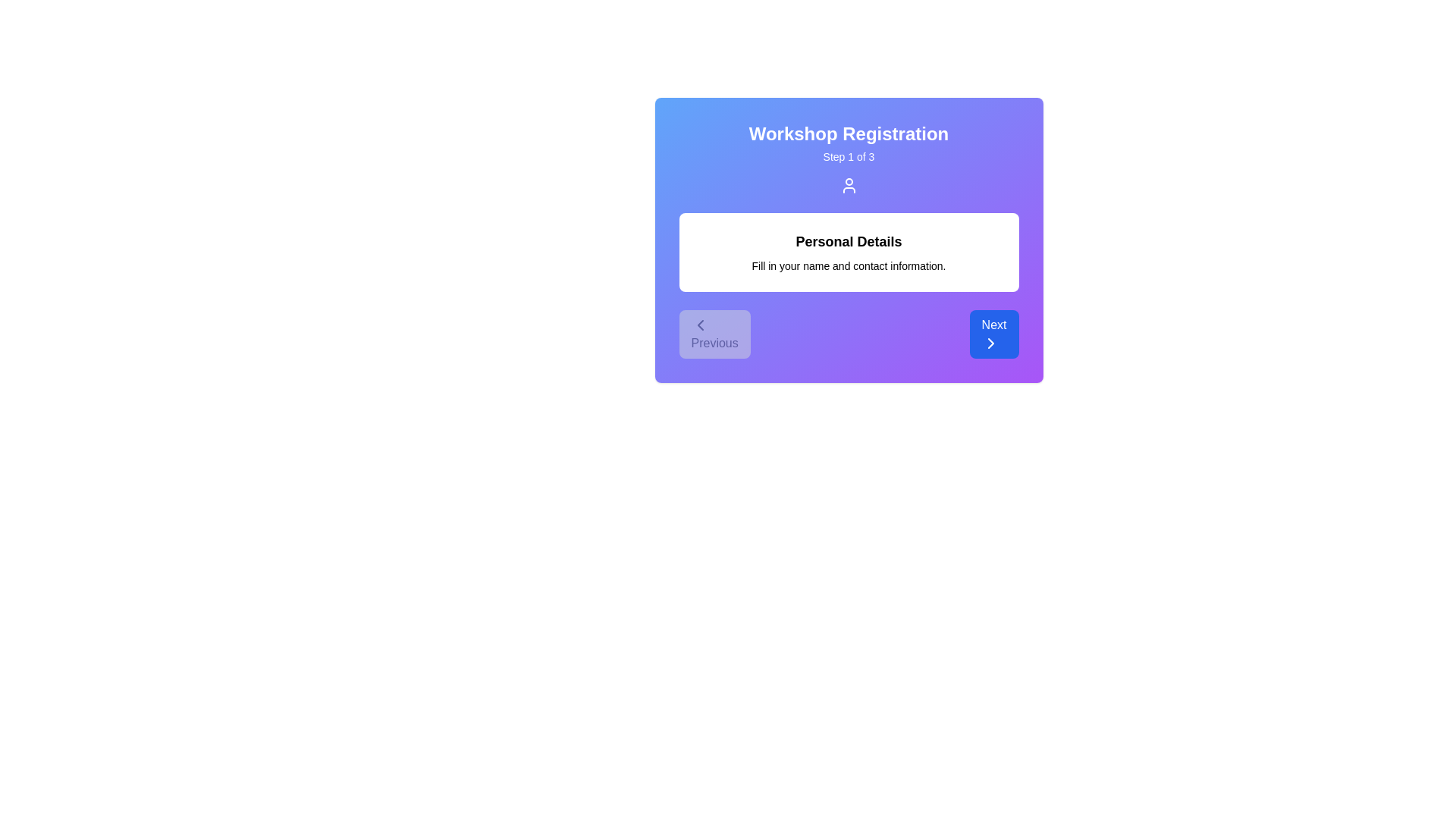 Image resolution: width=1456 pixels, height=819 pixels. I want to click on the instructional static text located under the 'Personal Details' title, which guides users on filling out form details, so click(848, 265).